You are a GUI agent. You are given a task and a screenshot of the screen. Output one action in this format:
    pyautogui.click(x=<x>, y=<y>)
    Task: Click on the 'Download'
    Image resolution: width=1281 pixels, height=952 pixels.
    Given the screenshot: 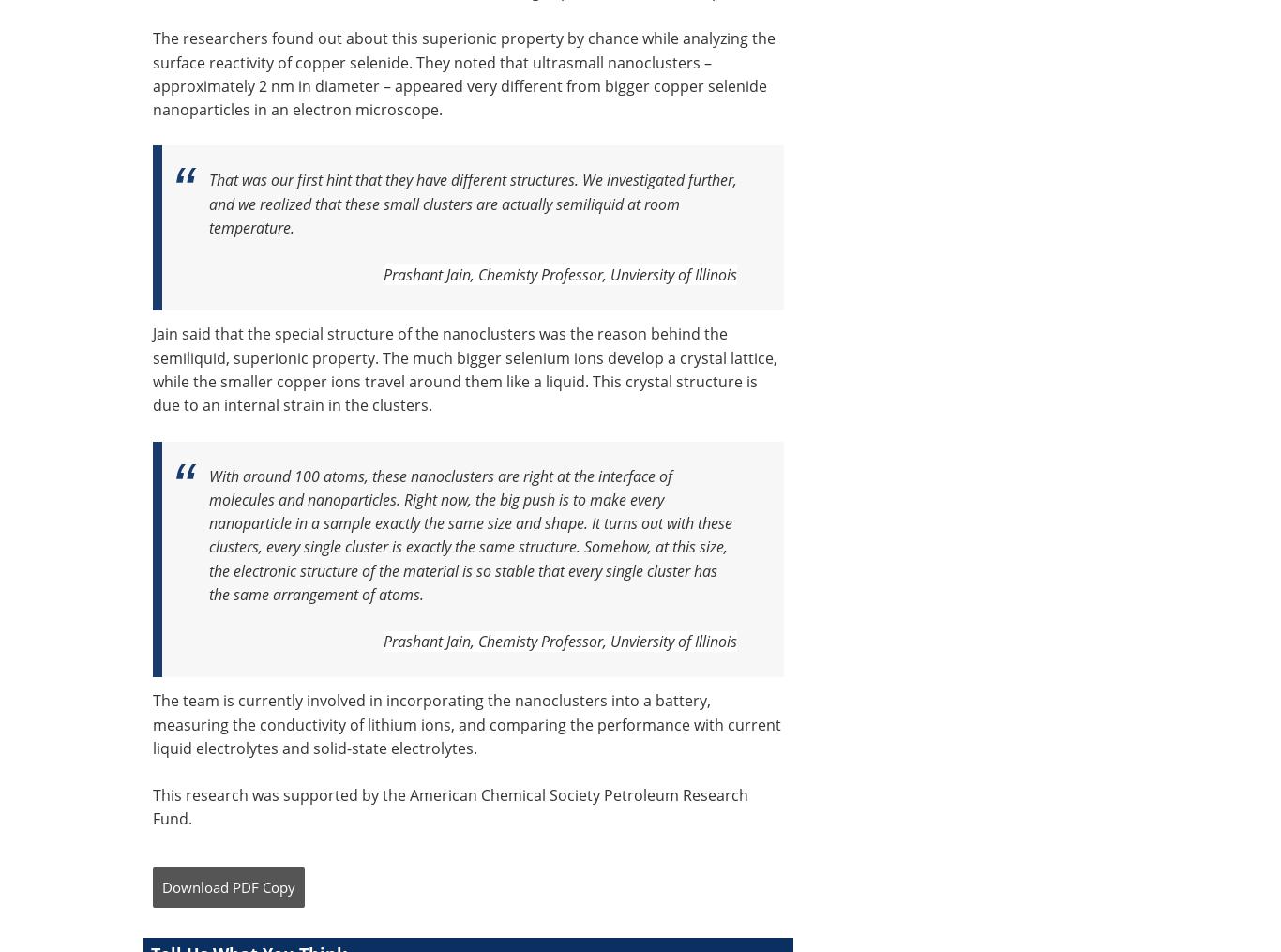 What is the action you would take?
    pyautogui.click(x=194, y=885)
    